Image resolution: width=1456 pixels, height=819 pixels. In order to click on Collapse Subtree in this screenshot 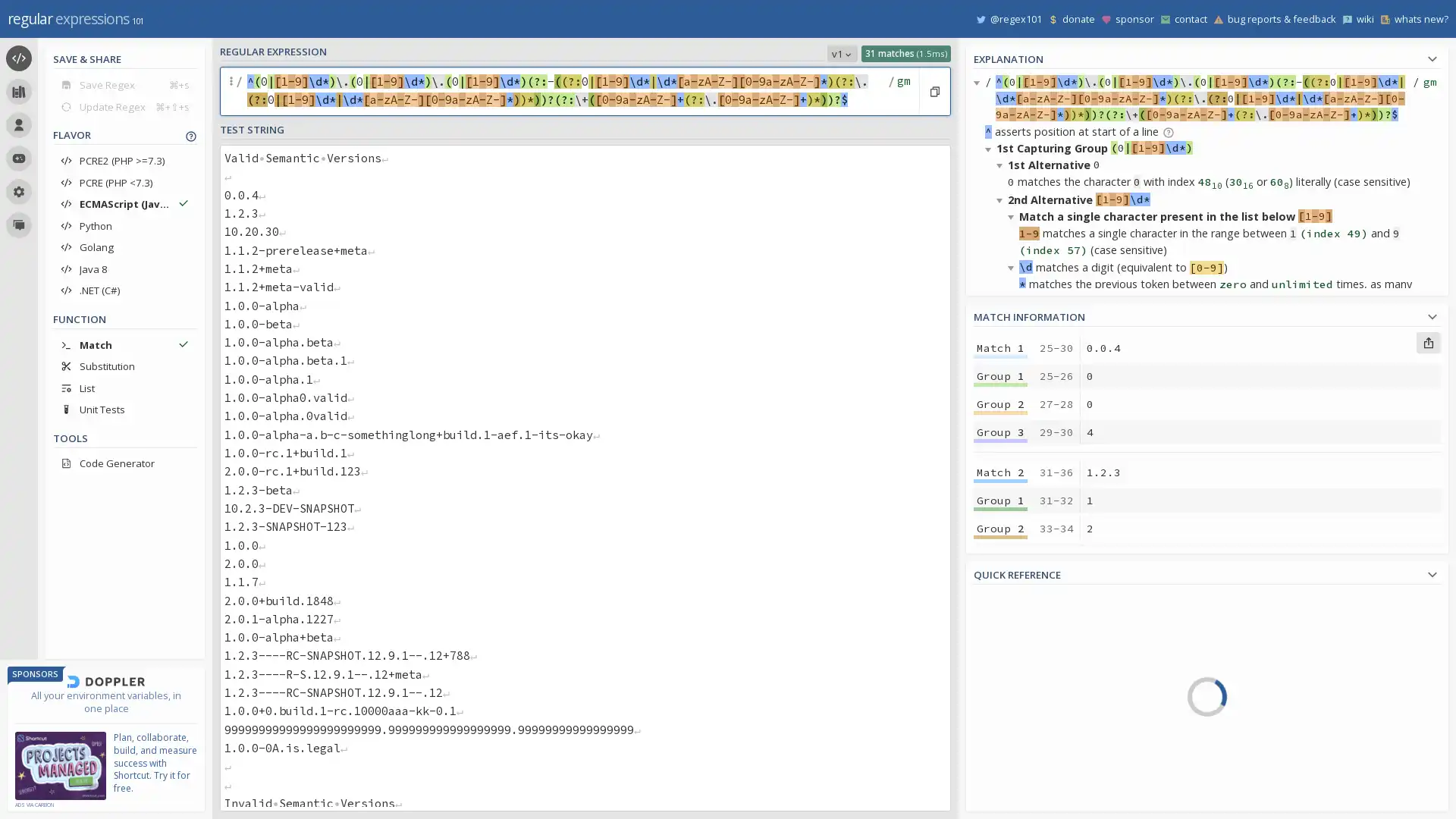, I will do `click(1013, 644)`.